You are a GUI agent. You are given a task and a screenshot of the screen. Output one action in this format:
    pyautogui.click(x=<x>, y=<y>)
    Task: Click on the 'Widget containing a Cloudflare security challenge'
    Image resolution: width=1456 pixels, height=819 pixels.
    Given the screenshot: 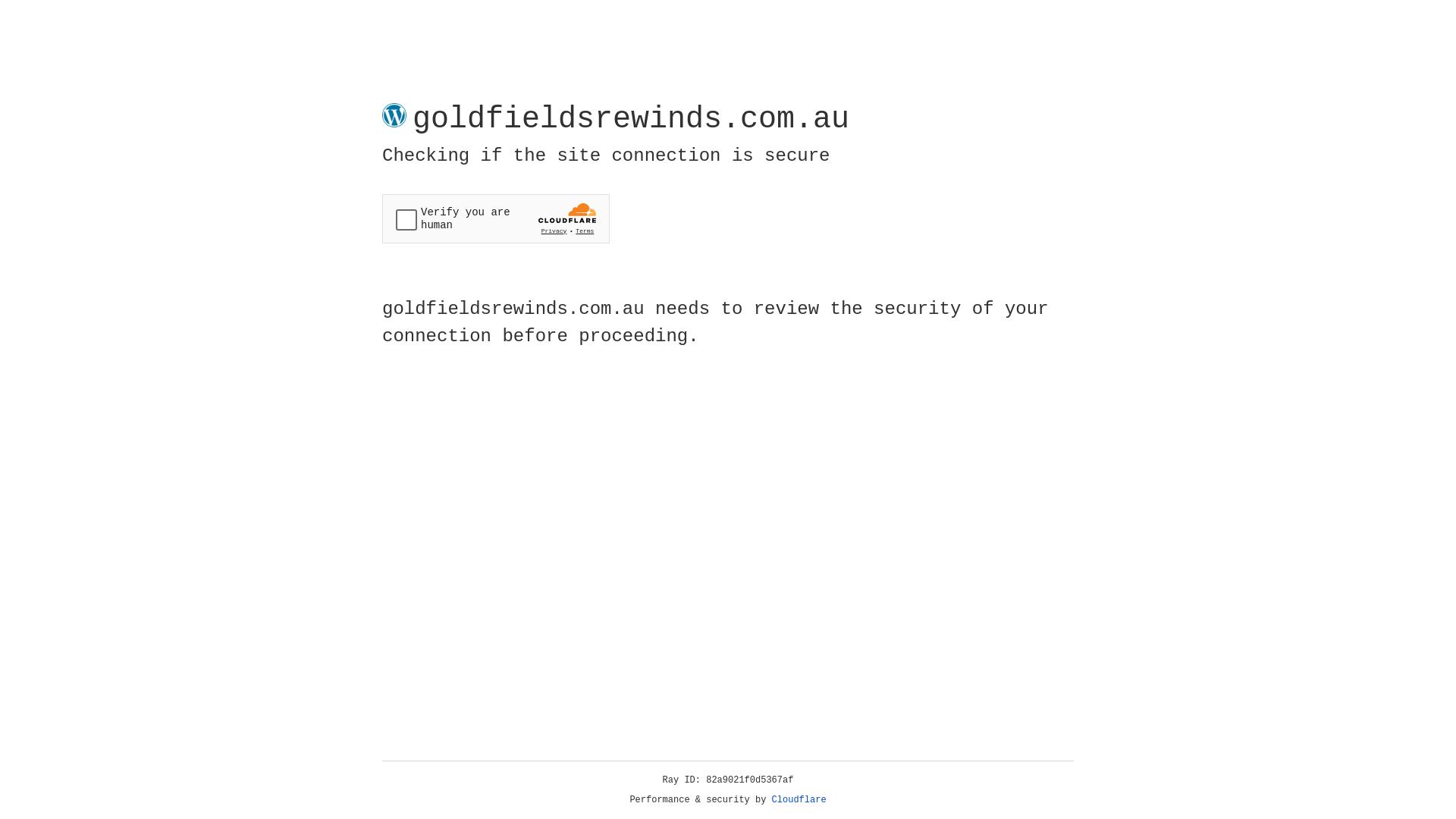 What is the action you would take?
    pyautogui.click(x=495, y=218)
    